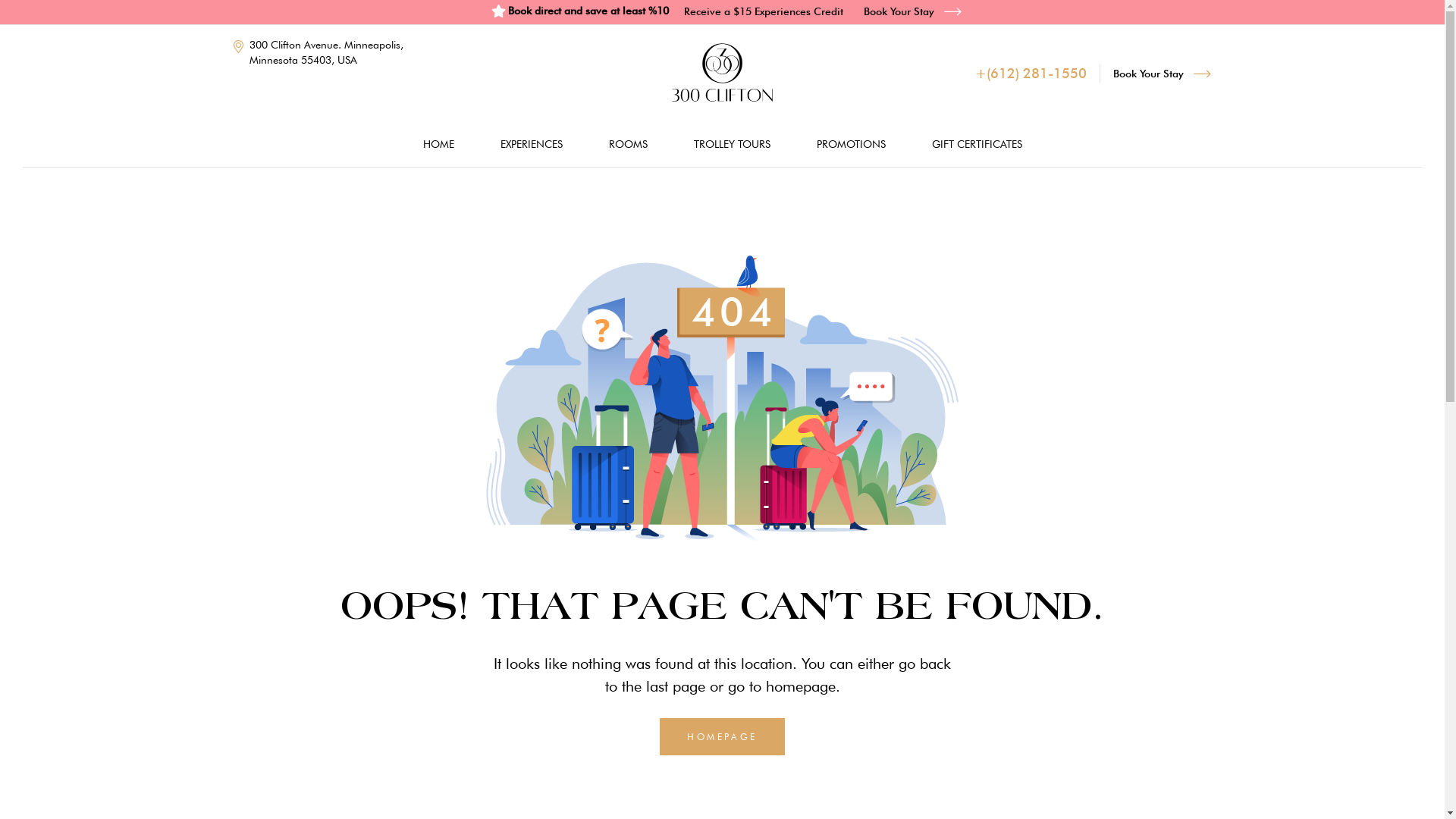 This screenshot has height=819, width=1456. Describe the element at coordinates (659, 736) in the screenshot. I see `'HOMEPAGE'` at that location.